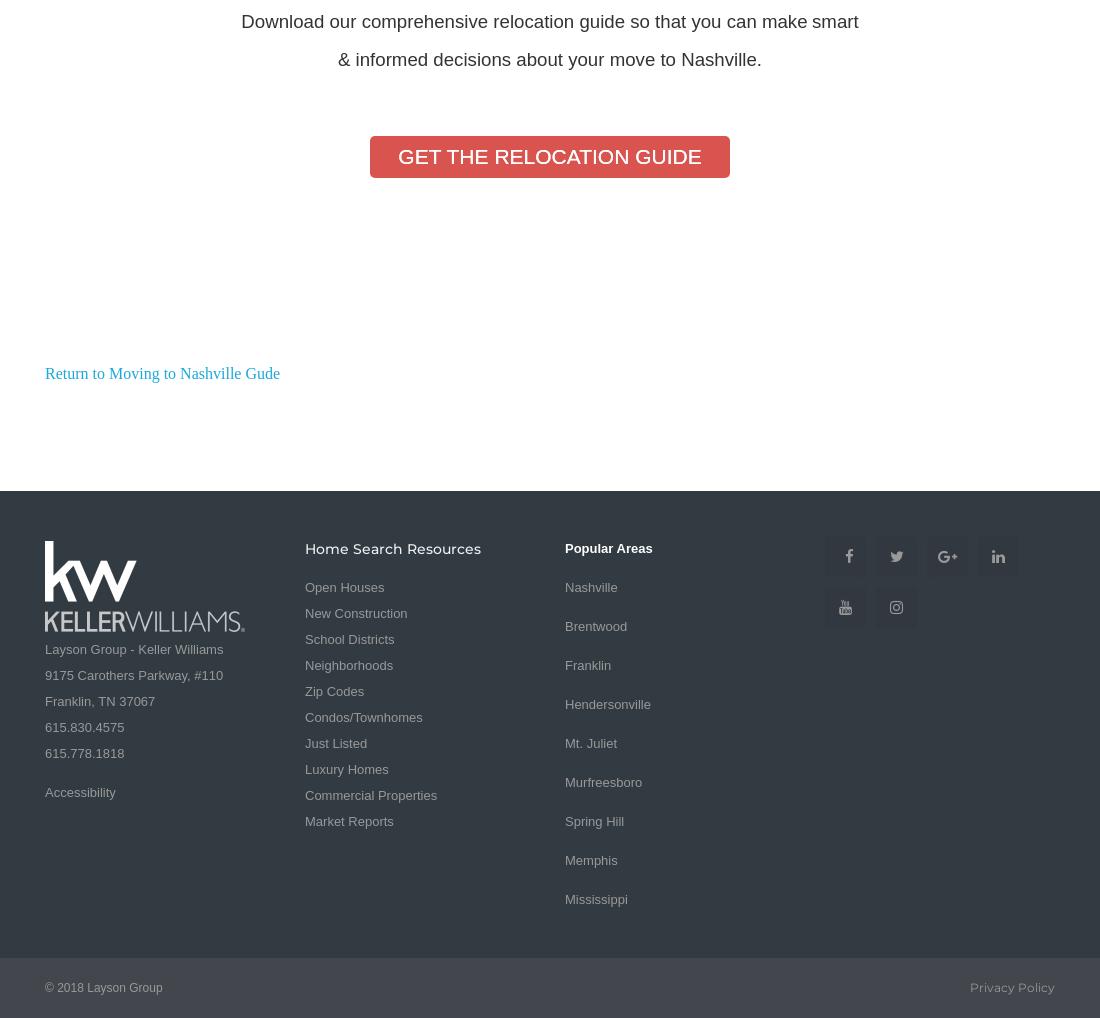 Image resolution: width=1100 pixels, height=1018 pixels. What do you see at coordinates (335, 741) in the screenshot?
I see `'Just Listed'` at bounding box center [335, 741].